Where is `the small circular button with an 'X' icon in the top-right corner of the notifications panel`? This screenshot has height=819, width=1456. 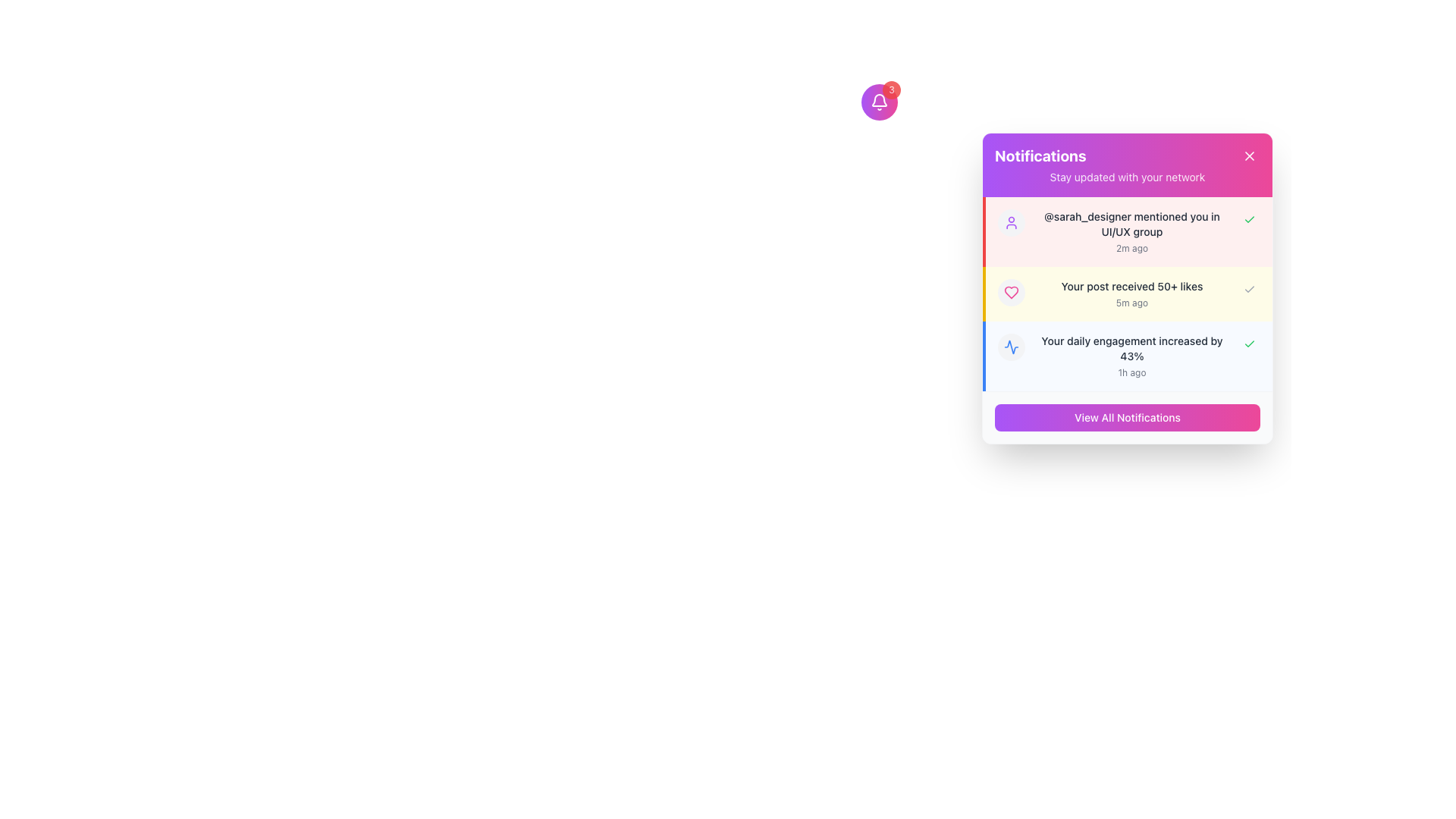
the small circular button with an 'X' icon in the top-right corner of the notifications panel is located at coordinates (1249, 155).